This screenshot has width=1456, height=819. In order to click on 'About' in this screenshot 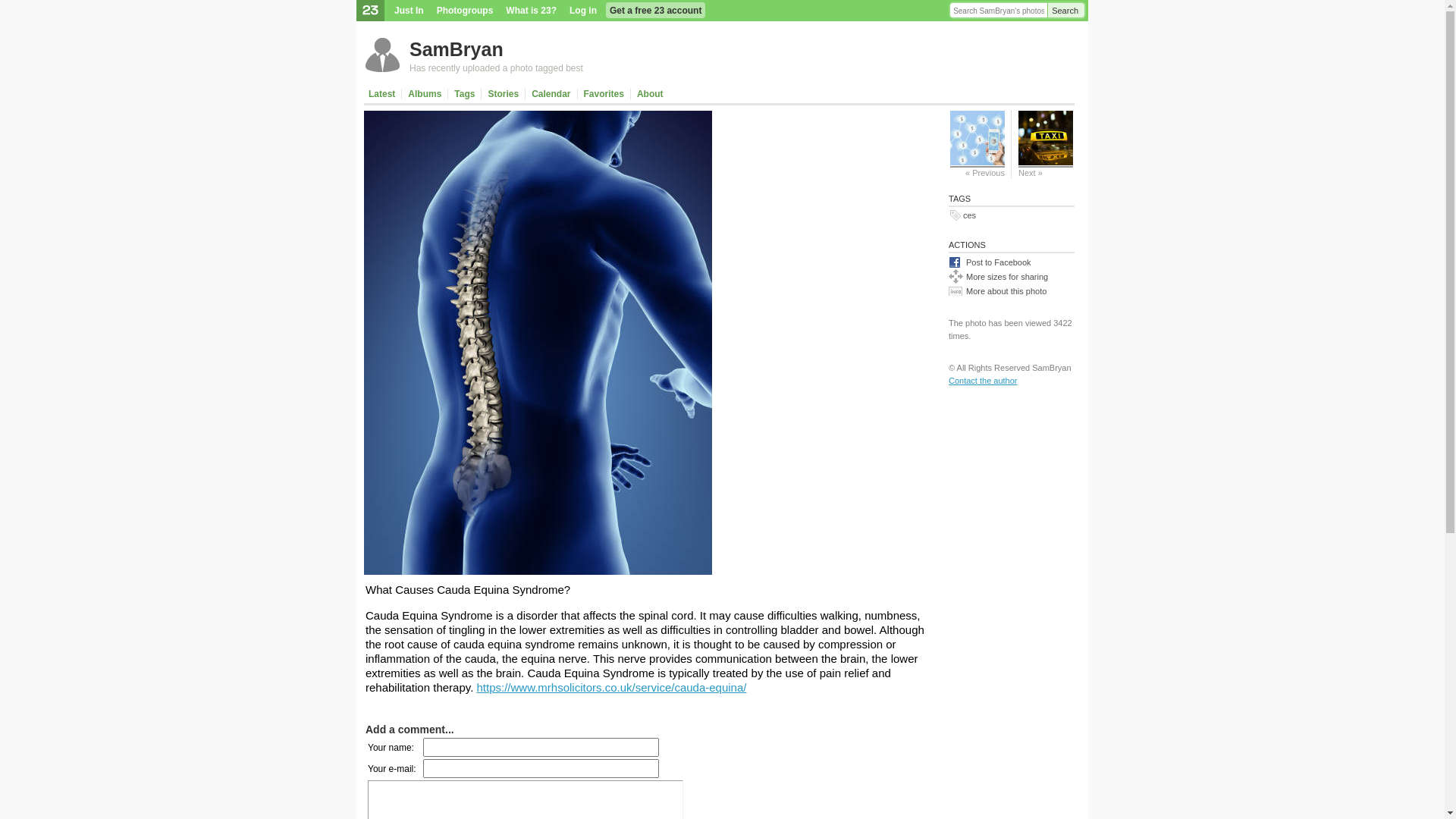, I will do `click(650, 93)`.